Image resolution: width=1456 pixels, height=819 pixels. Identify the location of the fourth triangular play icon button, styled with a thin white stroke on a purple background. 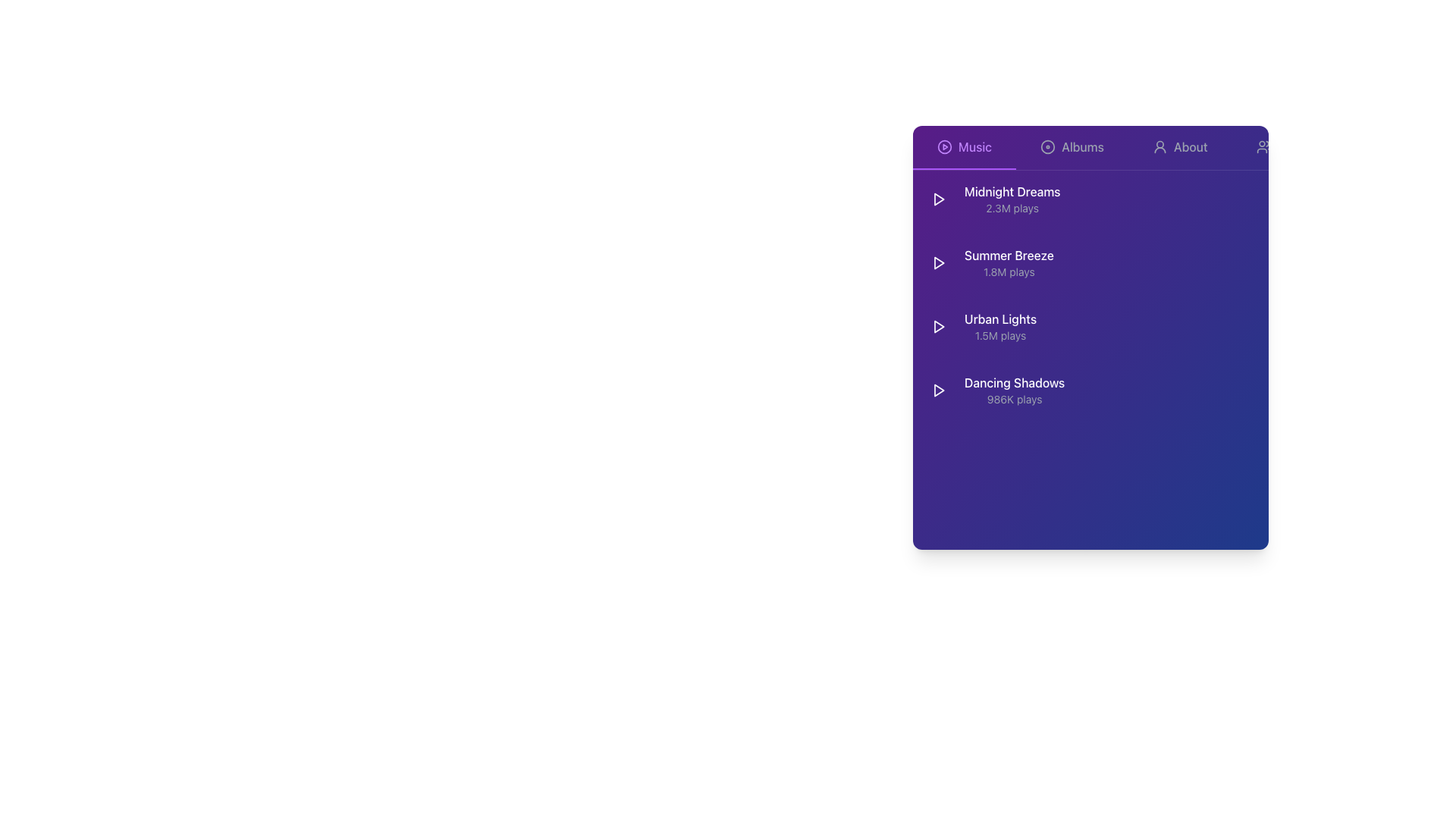
(938, 390).